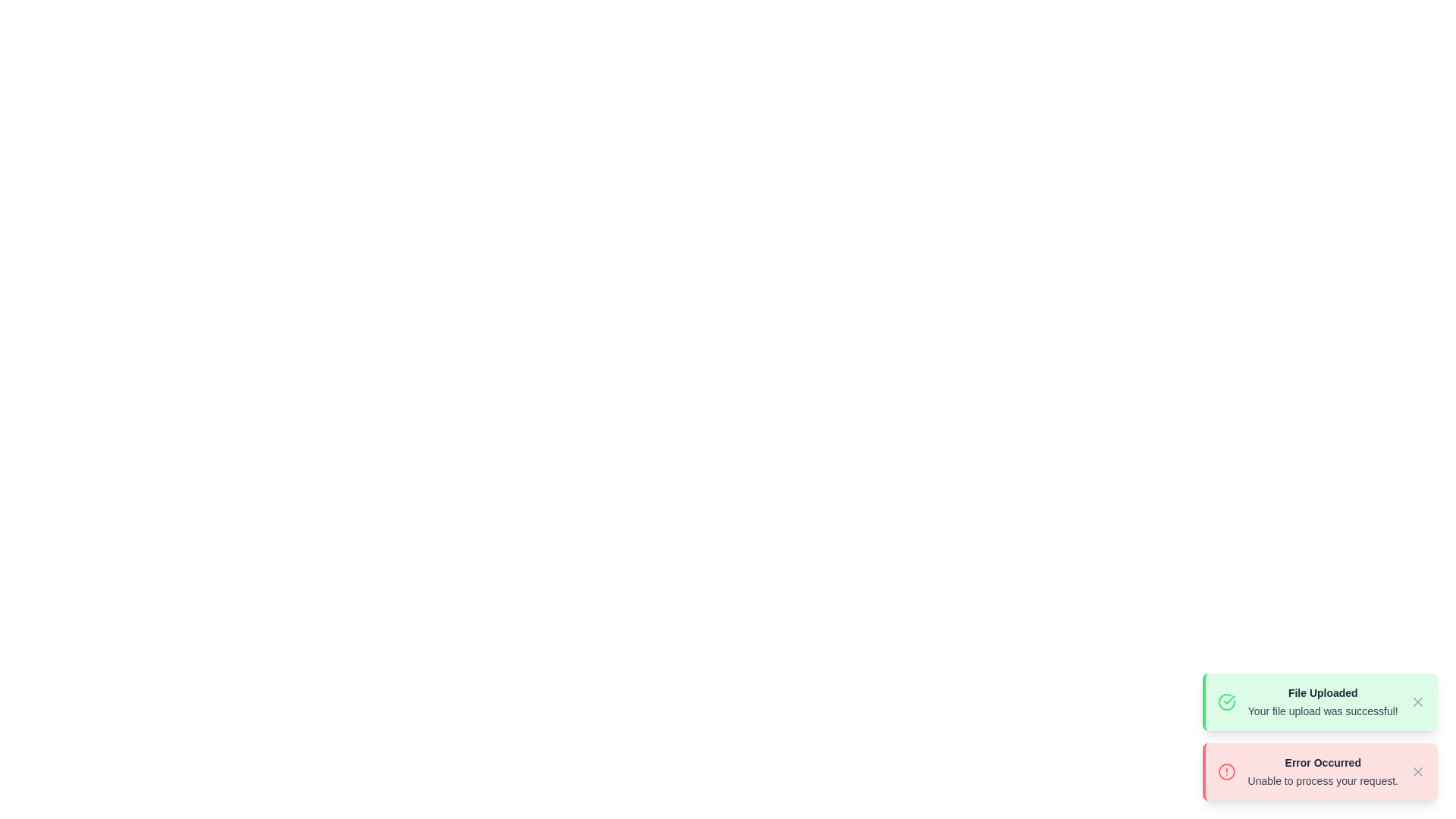 This screenshot has height=819, width=1456. I want to click on the close button represented by a gray 'X' icon located in the top-right corner of the green notification box announcing 'File Uploaded', so click(1417, 701).